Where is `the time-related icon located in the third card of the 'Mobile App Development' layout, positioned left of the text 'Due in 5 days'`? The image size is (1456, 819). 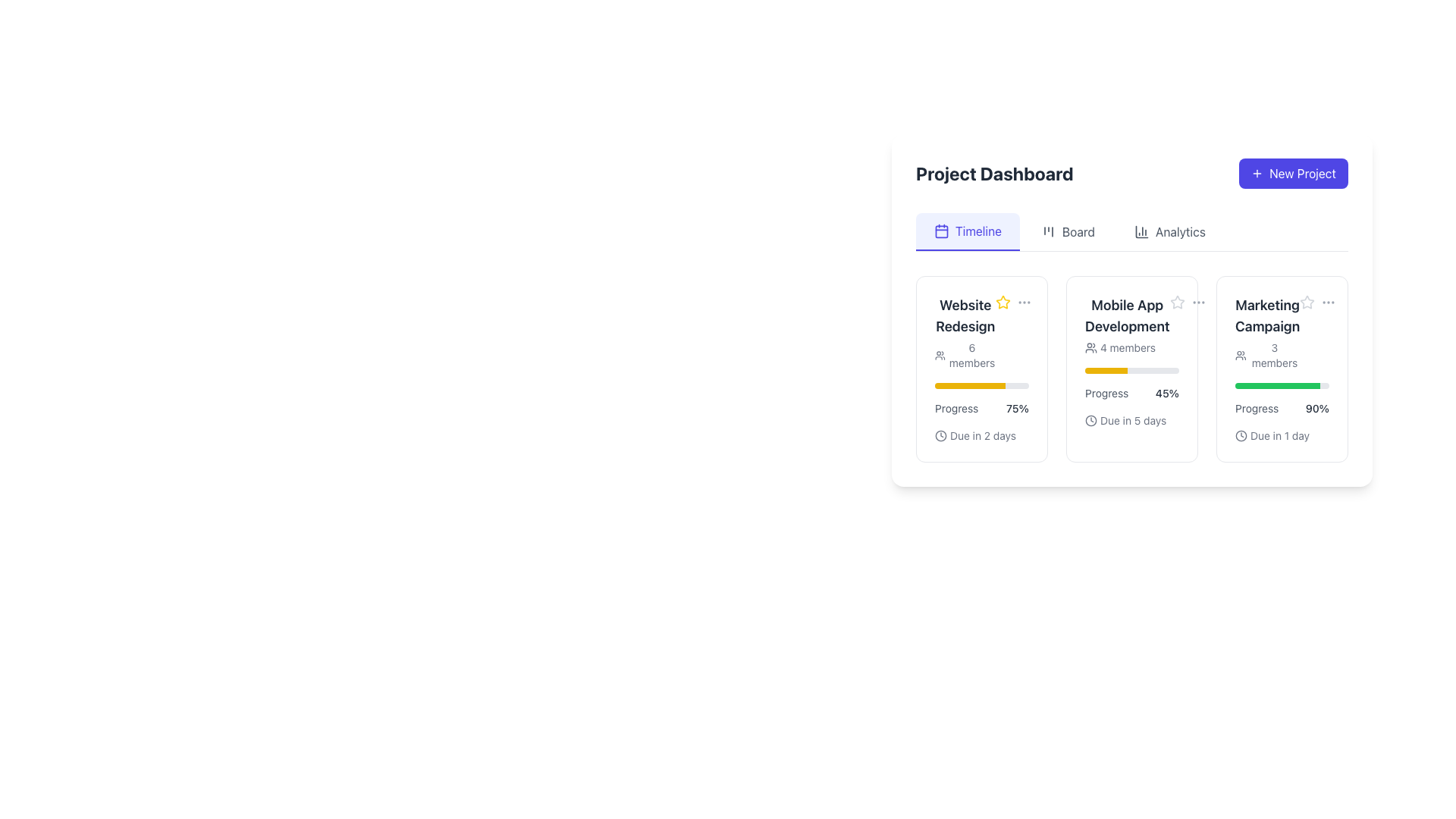
the time-related icon located in the third card of the 'Mobile App Development' layout, positioned left of the text 'Due in 5 days' is located at coordinates (1090, 421).